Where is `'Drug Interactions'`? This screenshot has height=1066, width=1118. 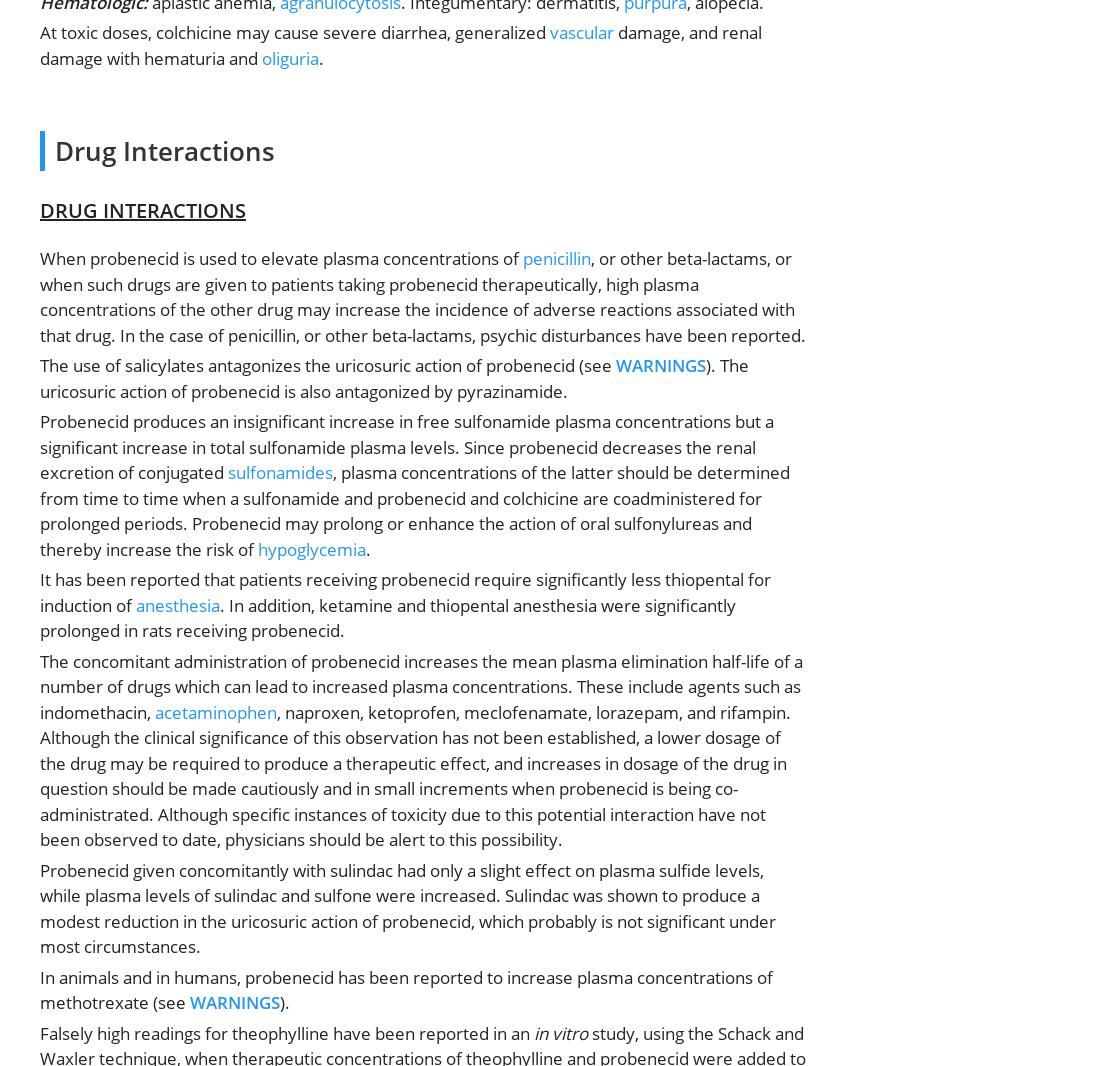
'Drug Interactions' is located at coordinates (165, 150).